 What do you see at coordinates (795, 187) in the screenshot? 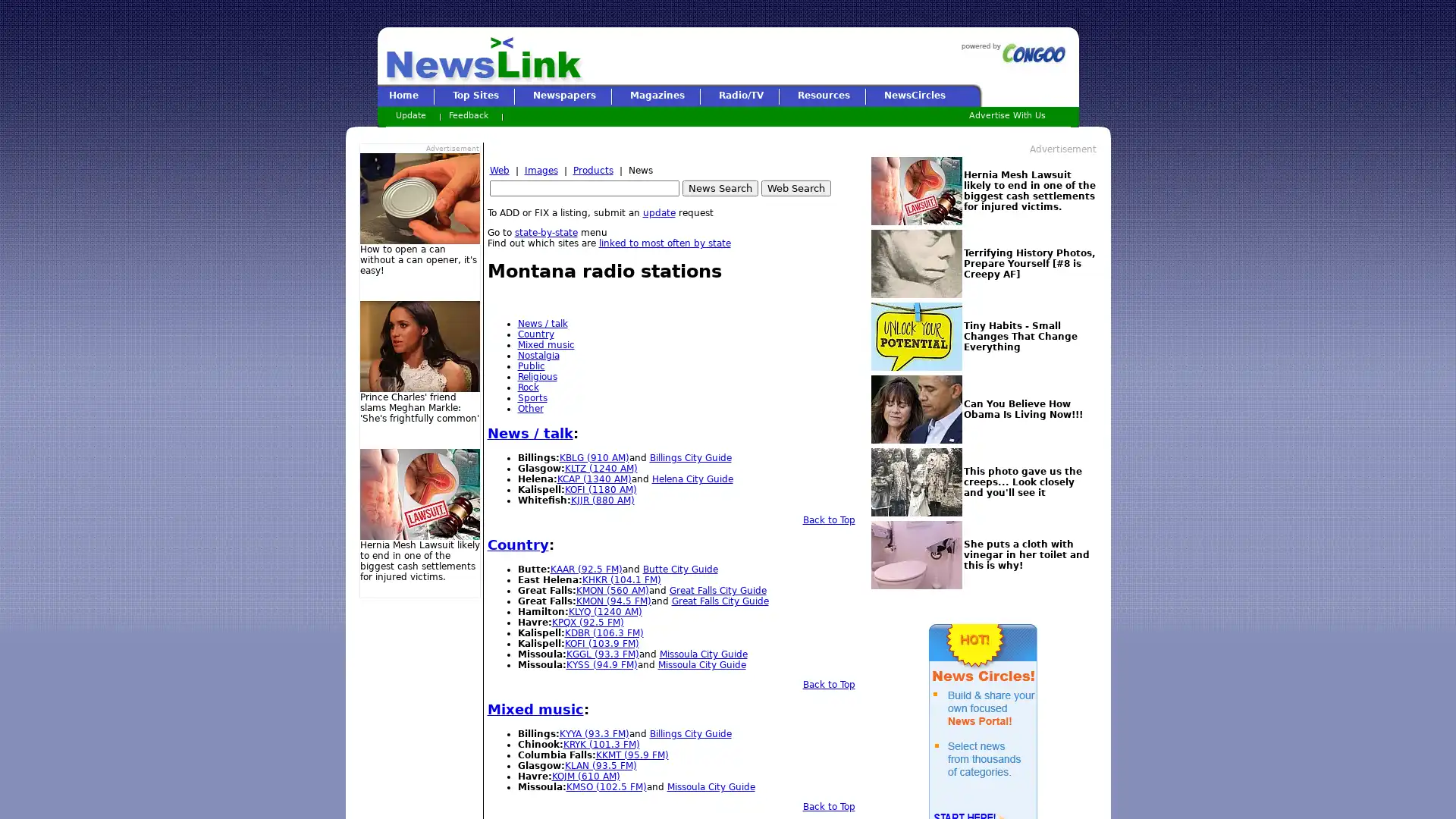
I see `Web Search` at bounding box center [795, 187].